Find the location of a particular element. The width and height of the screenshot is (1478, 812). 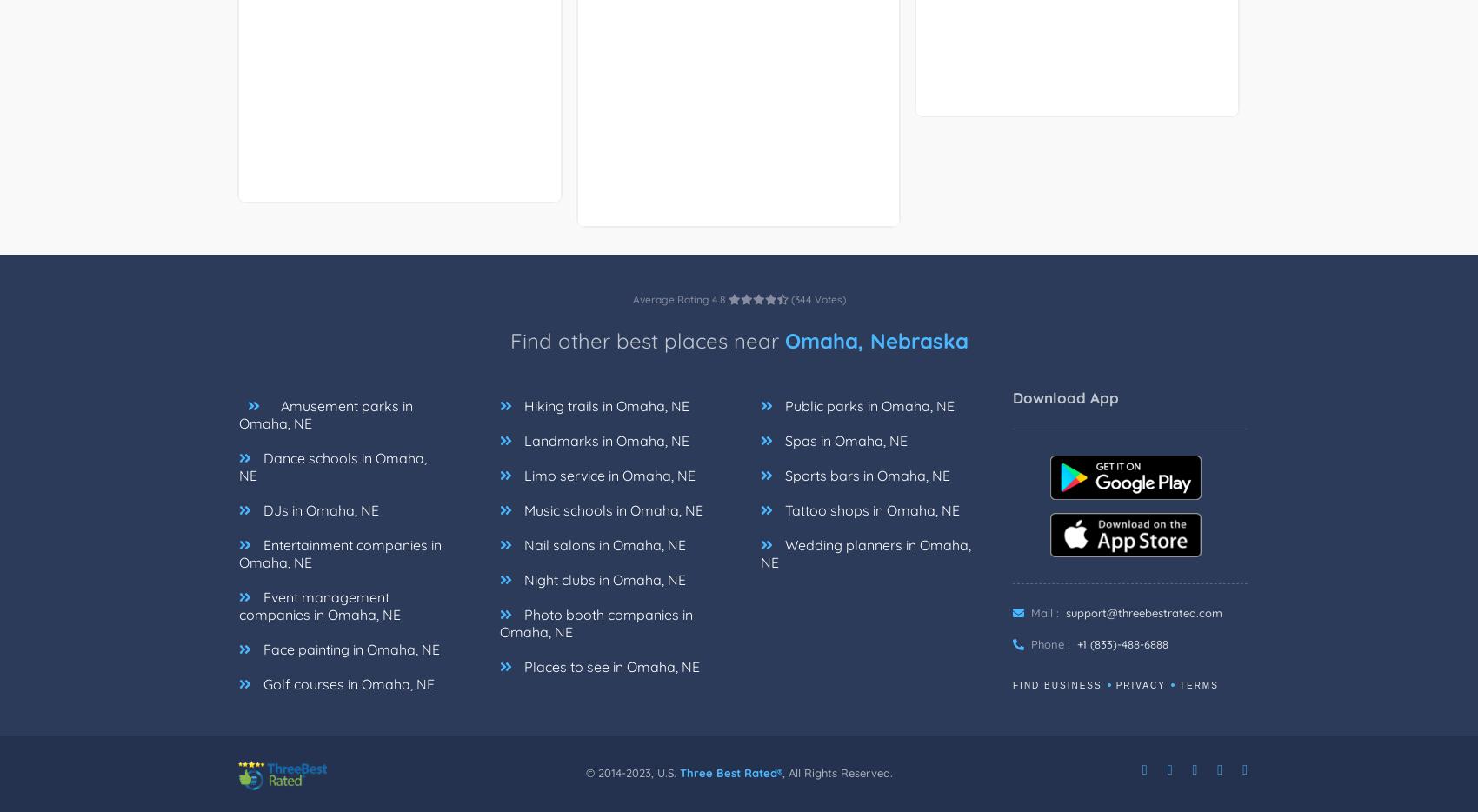

'Average Rating 4.8' is located at coordinates (631, 299).